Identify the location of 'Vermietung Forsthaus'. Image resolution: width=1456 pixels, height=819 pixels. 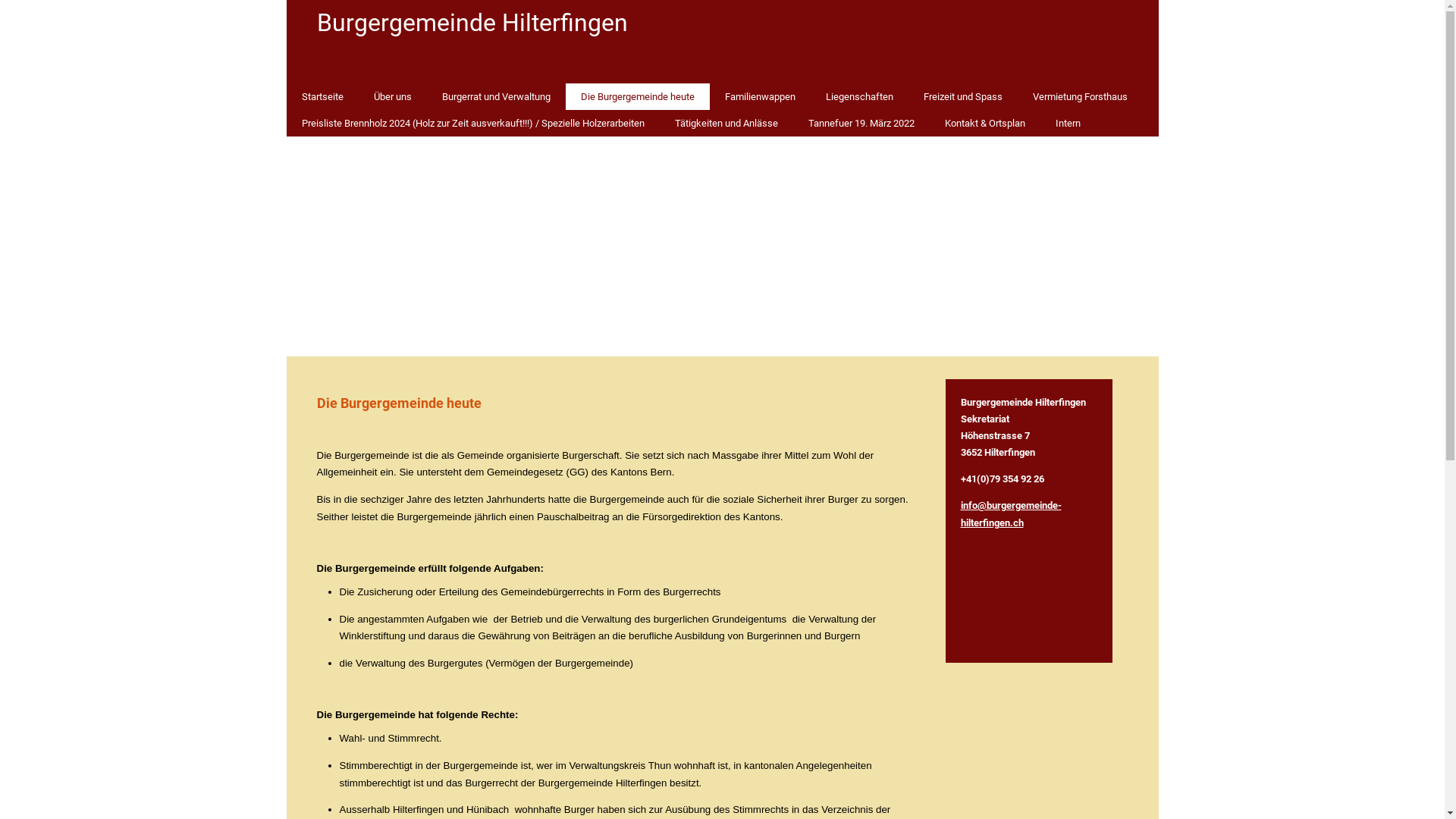
(1079, 96).